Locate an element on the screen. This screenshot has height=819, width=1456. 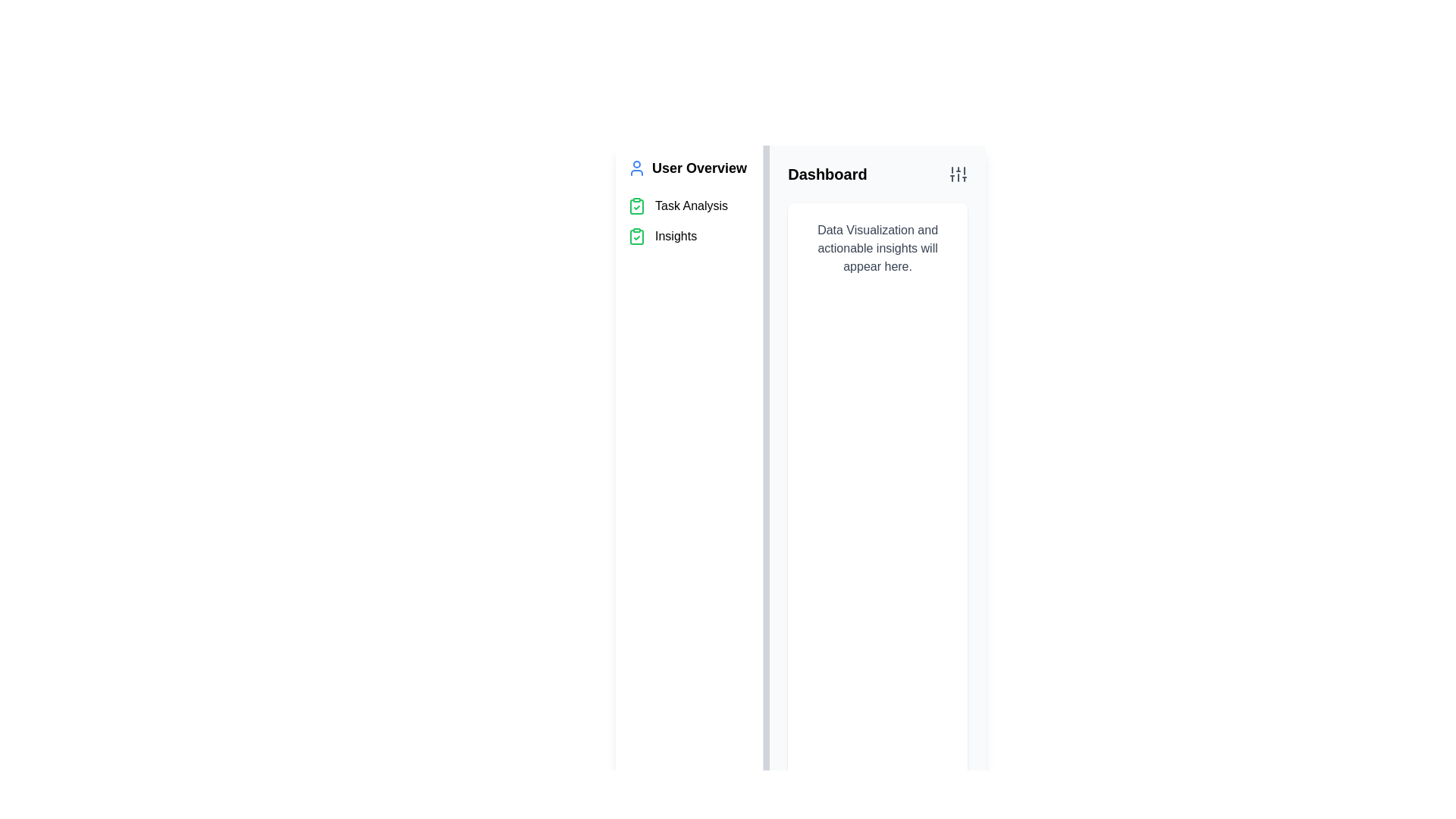
the 'Insights' navigation label, which is the second item under 'User Overview' in the sidebar is located at coordinates (689, 237).